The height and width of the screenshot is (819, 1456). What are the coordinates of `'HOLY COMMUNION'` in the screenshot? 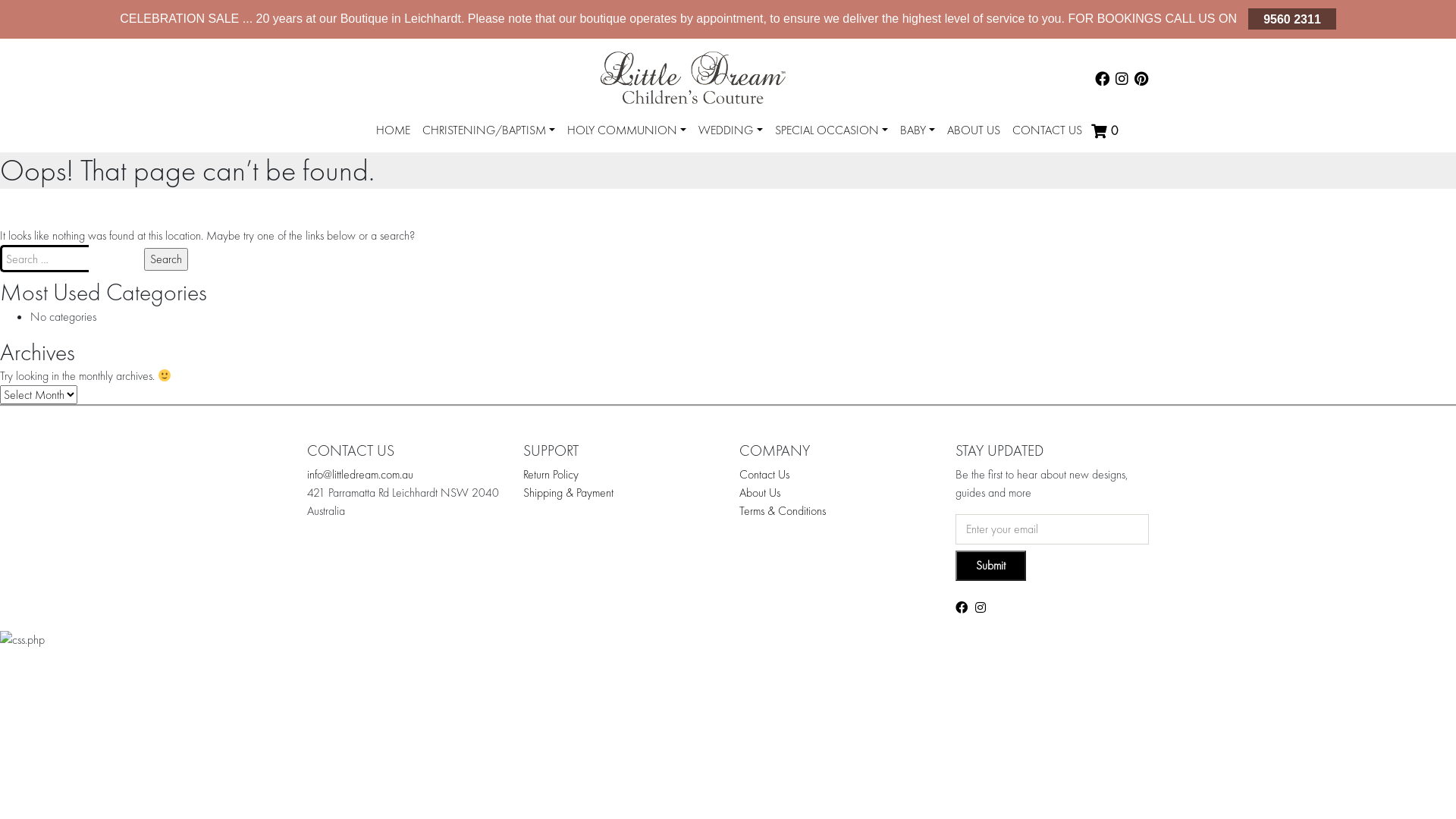 It's located at (626, 130).